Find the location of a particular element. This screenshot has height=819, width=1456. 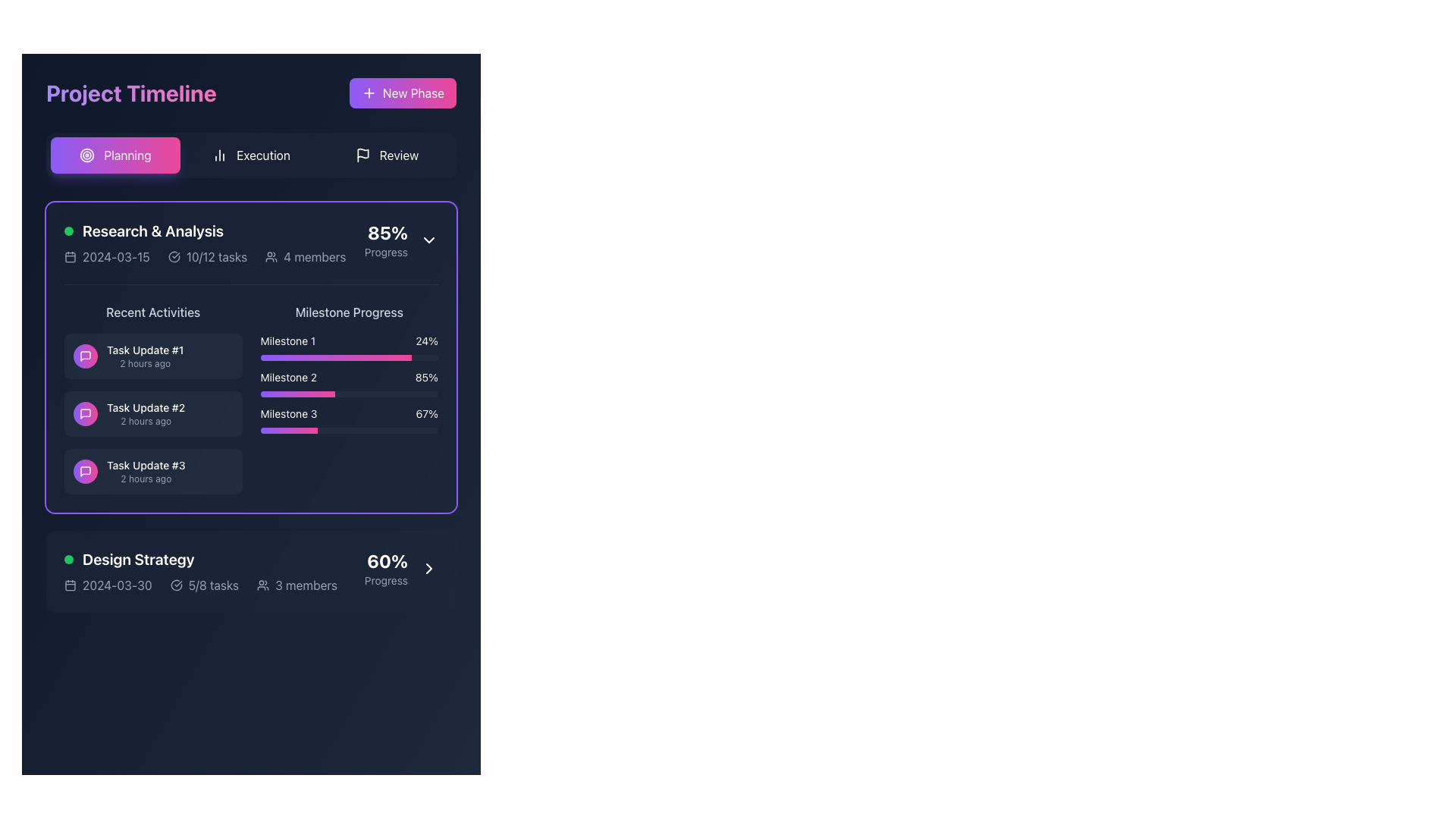

the 'New Phase' text label within the button that allows users to create a new phase in a project timeline is located at coordinates (413, 93).